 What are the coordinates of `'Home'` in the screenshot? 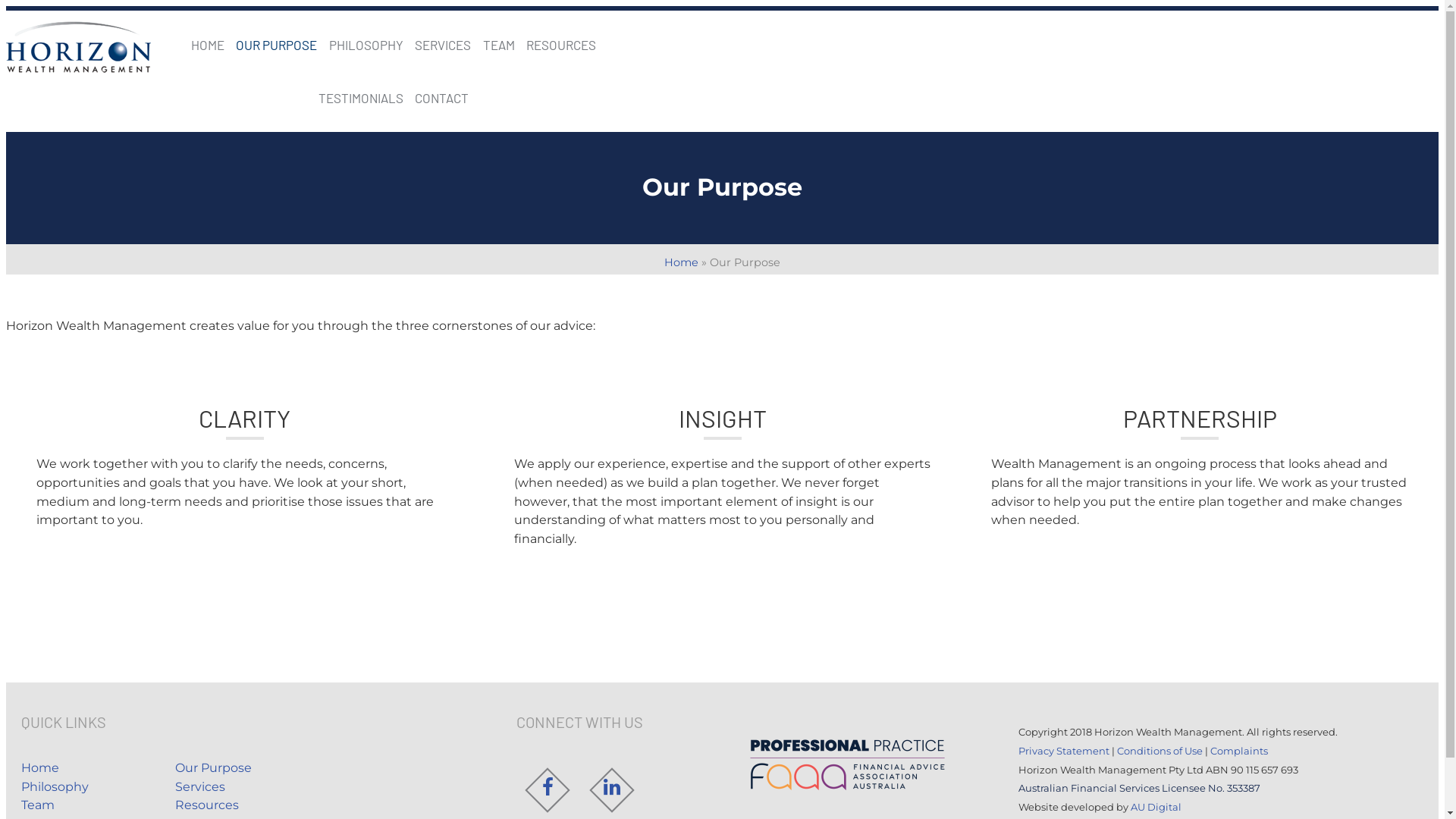 It's located at (39, 767).